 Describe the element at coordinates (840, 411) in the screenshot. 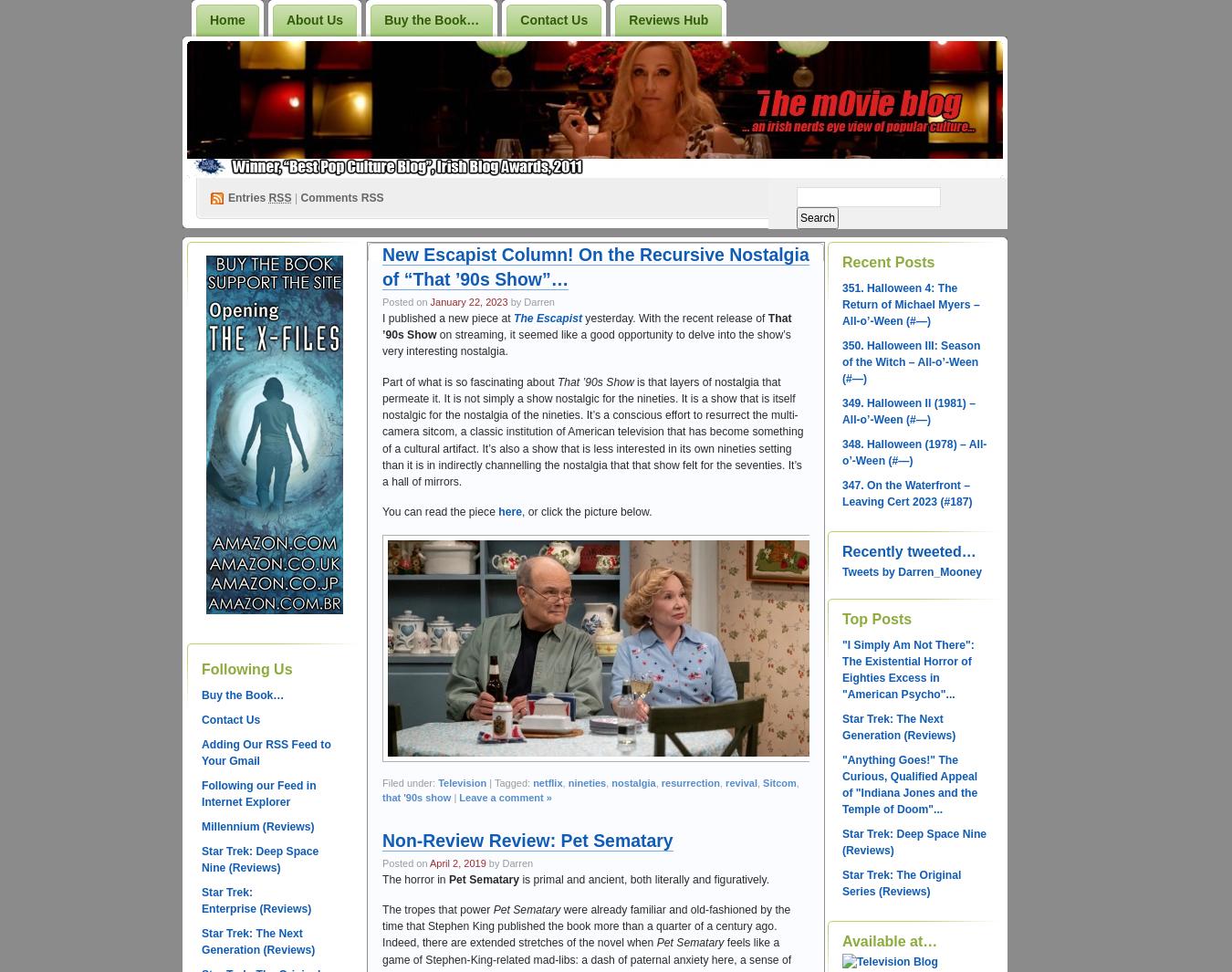

I see `'349. Halloween II (1981) – All-o’-Ween (#—)'` at that location.